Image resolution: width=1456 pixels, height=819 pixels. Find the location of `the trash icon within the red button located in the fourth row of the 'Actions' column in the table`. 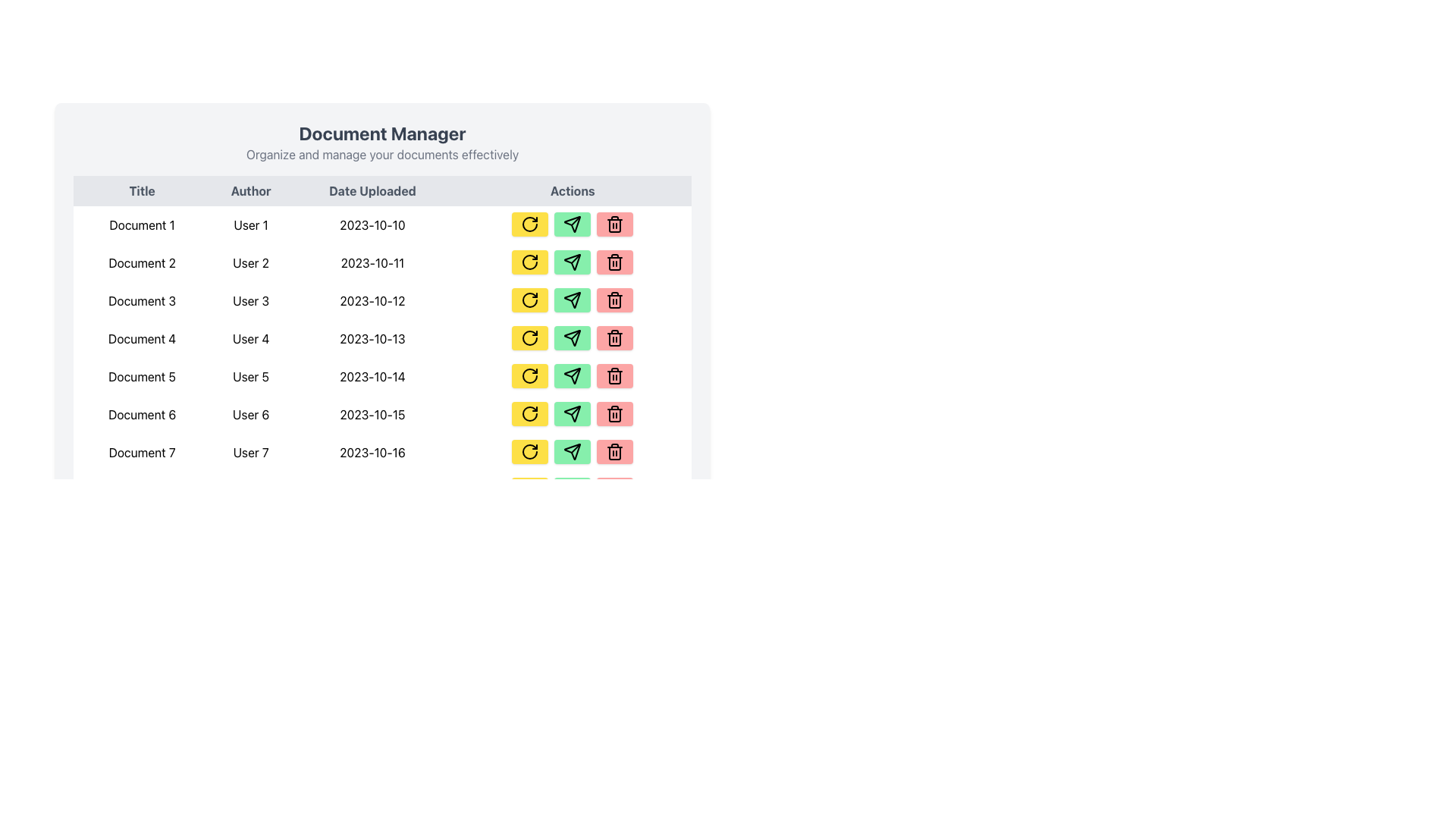

the trash icon within the red button located in the fourth row of the 'Actions' column in the table is located at coordinates (615, 337).